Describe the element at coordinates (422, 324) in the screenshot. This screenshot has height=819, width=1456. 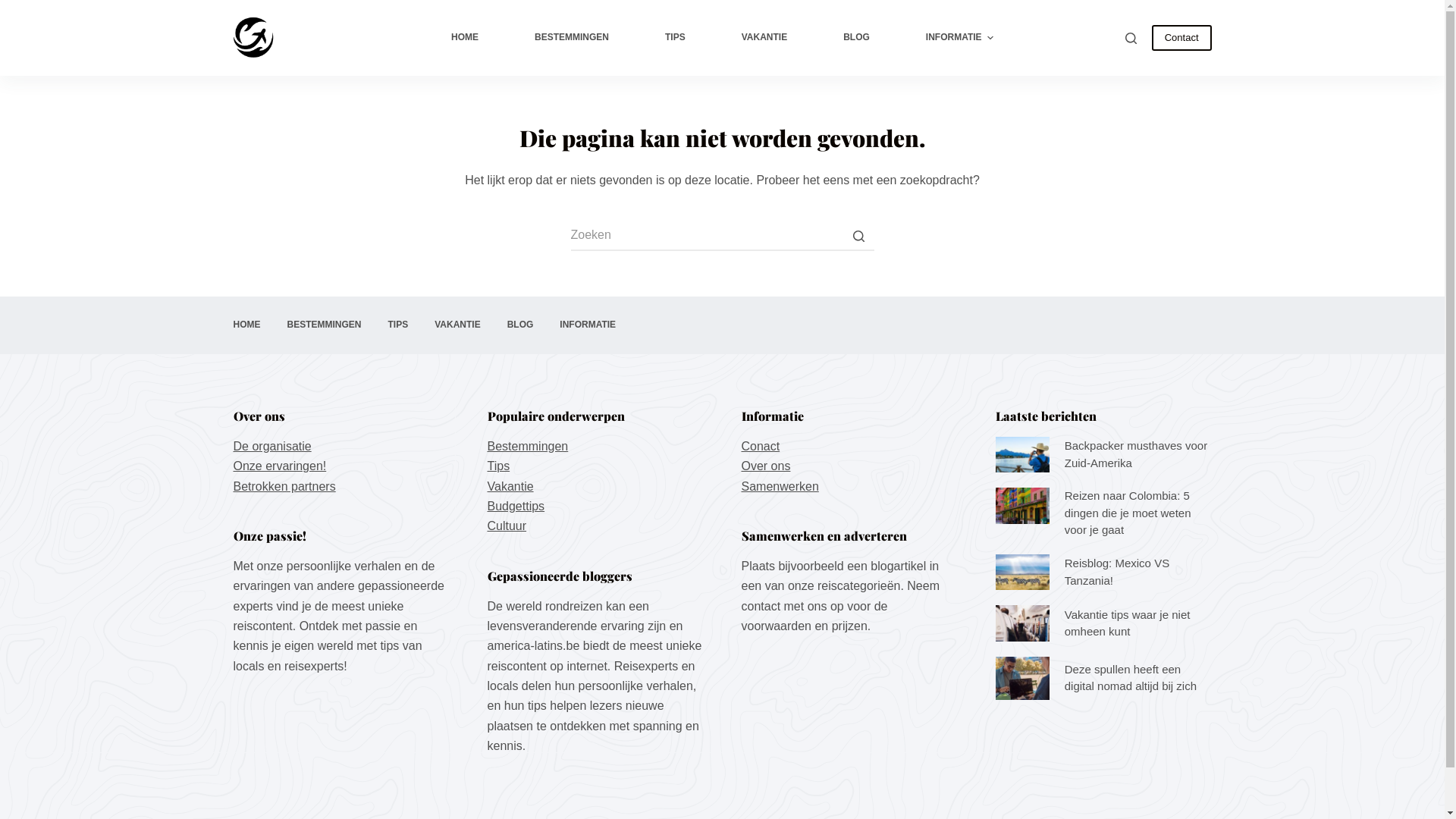
I see `'VAKANTIE'` at that location.